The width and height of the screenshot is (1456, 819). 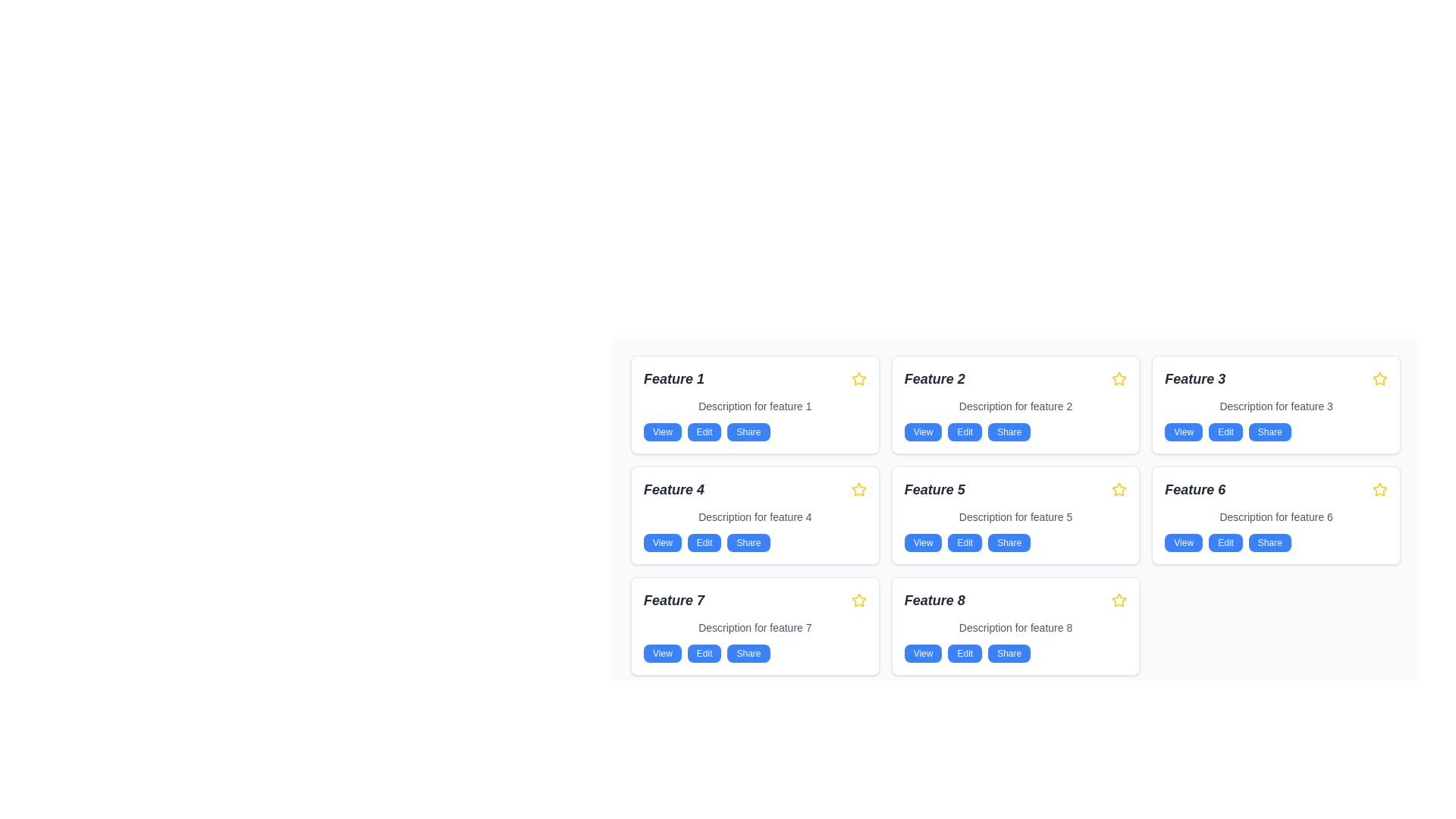 I want to click on the label or text heading that serves as the title for the card, located in the third row, second column of the grid, above the 'Description for feature 6' and to the left of the yellow star icon, so click(x=1194, y=489).